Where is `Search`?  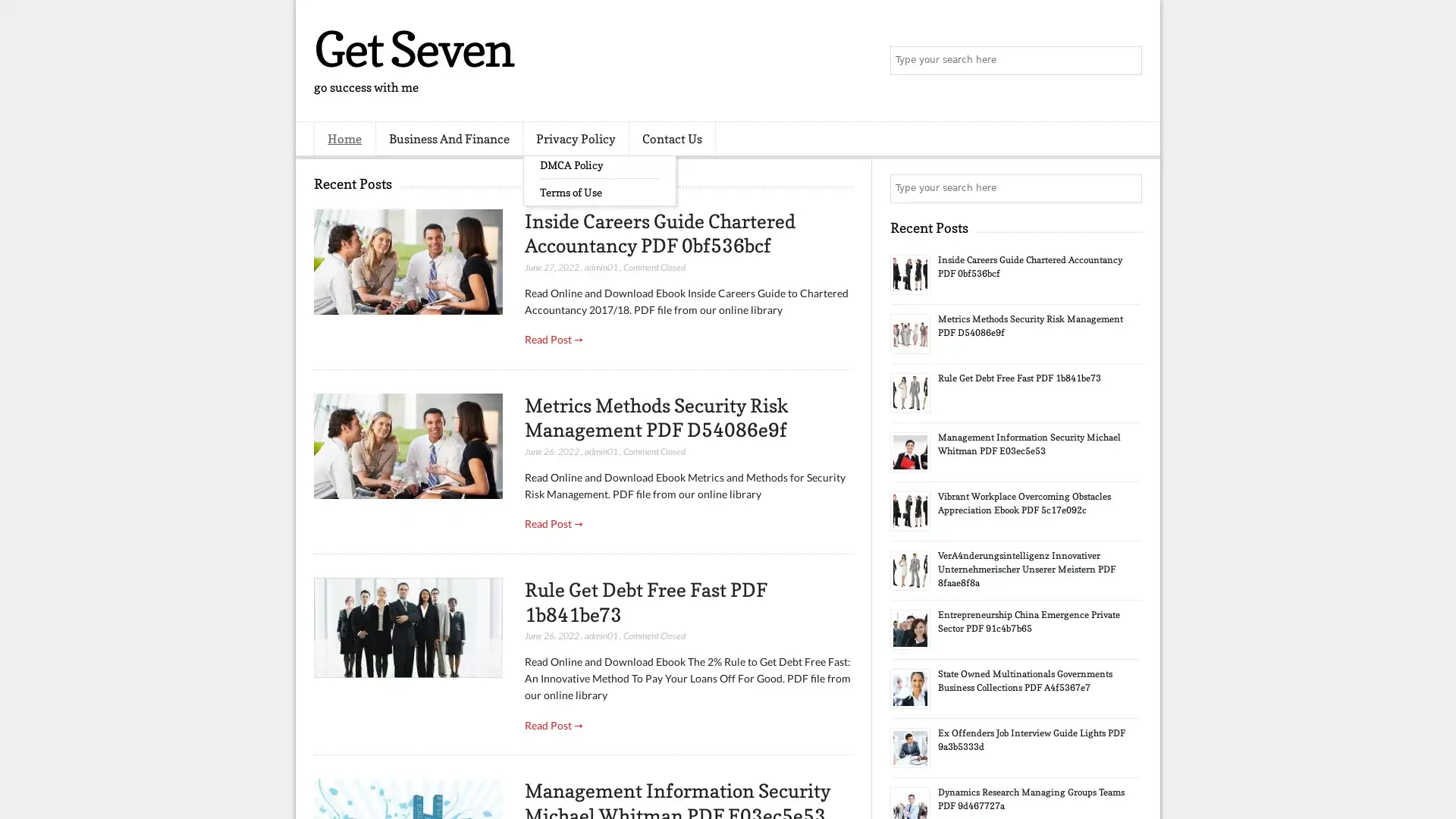
Search is located at coordinates (1126, 61).